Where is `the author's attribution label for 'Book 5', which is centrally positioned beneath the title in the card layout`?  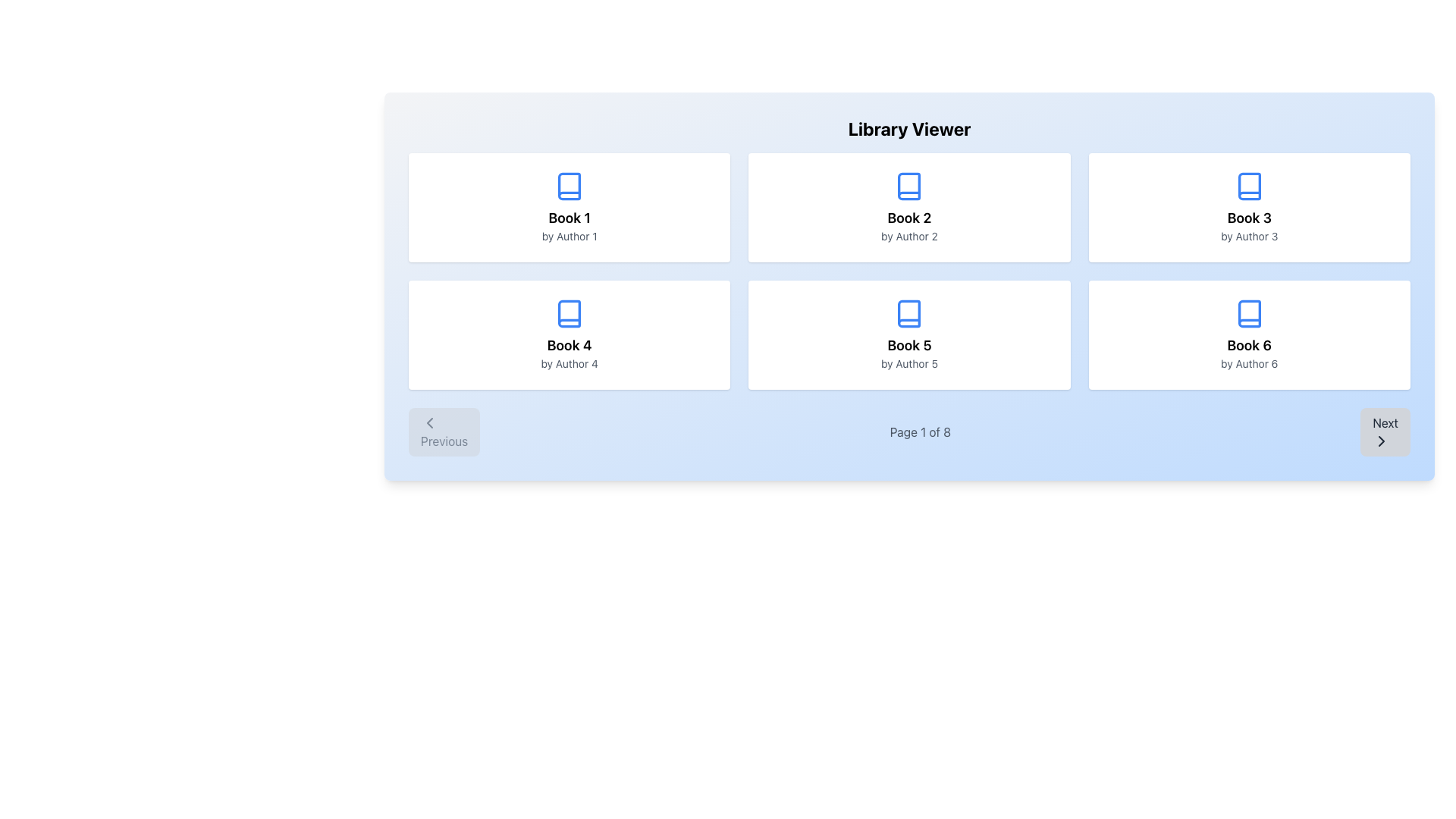 the author's attribution label for 'Book 5', which is centrally positioned beneath the title in the card layout is located at coordinates (909, 363).